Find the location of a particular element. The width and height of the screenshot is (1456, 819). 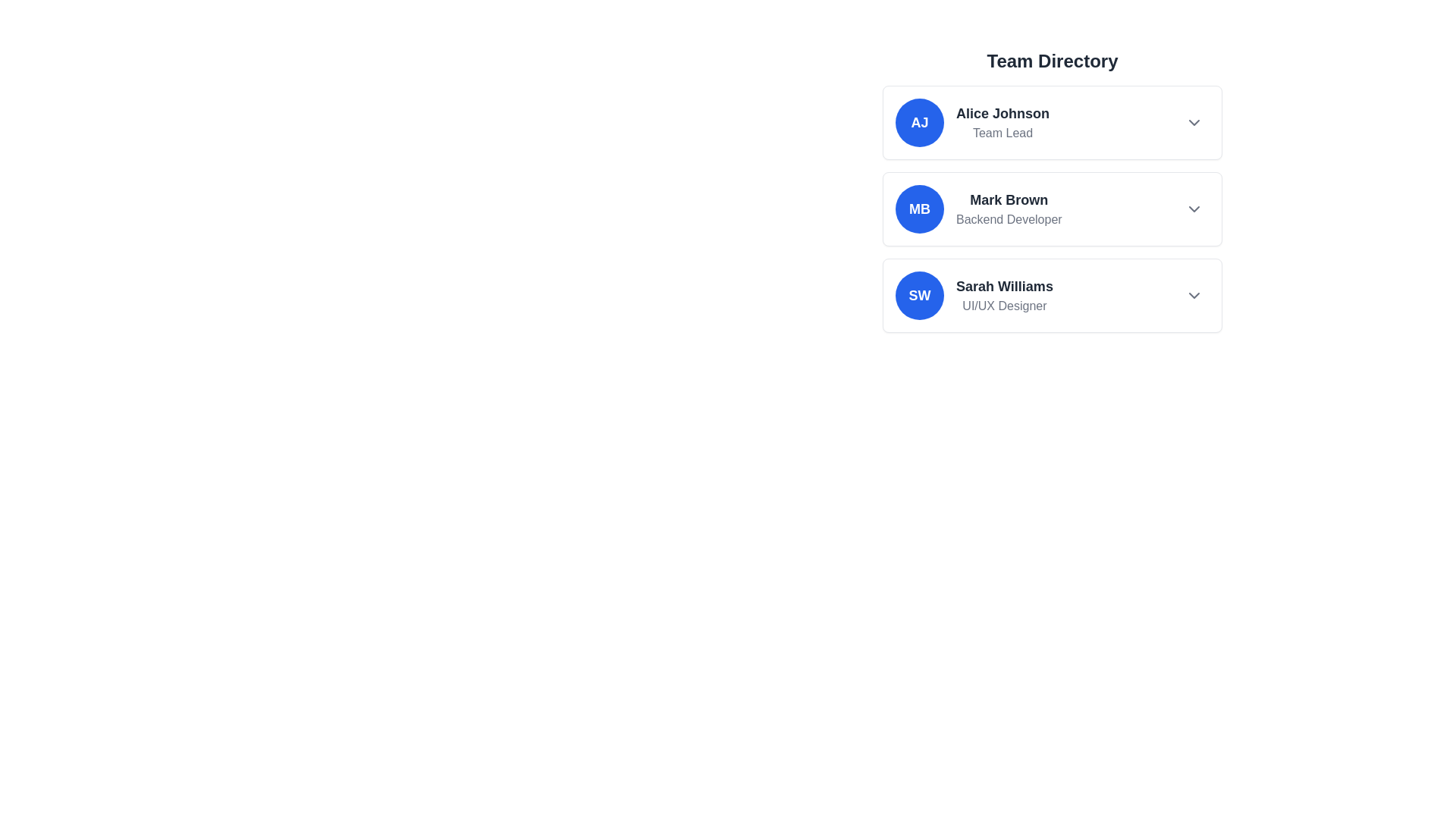

the toggle button for 'Alice Johnson' to observe a color change is located at coordinates (1193, 122).